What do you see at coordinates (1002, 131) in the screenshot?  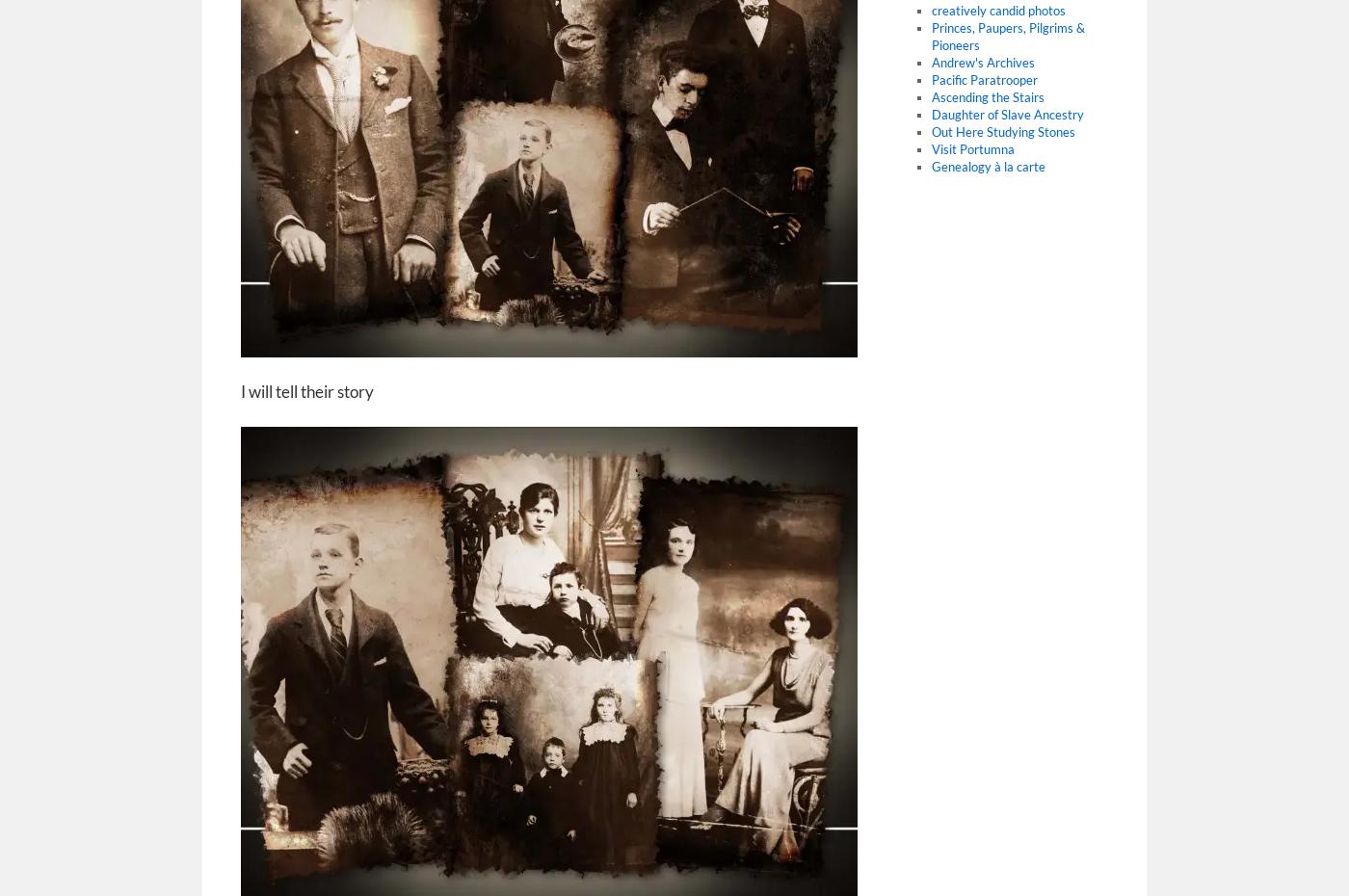 I see `'Out Here Studying Stones'` at bounding box center [1002, 131].